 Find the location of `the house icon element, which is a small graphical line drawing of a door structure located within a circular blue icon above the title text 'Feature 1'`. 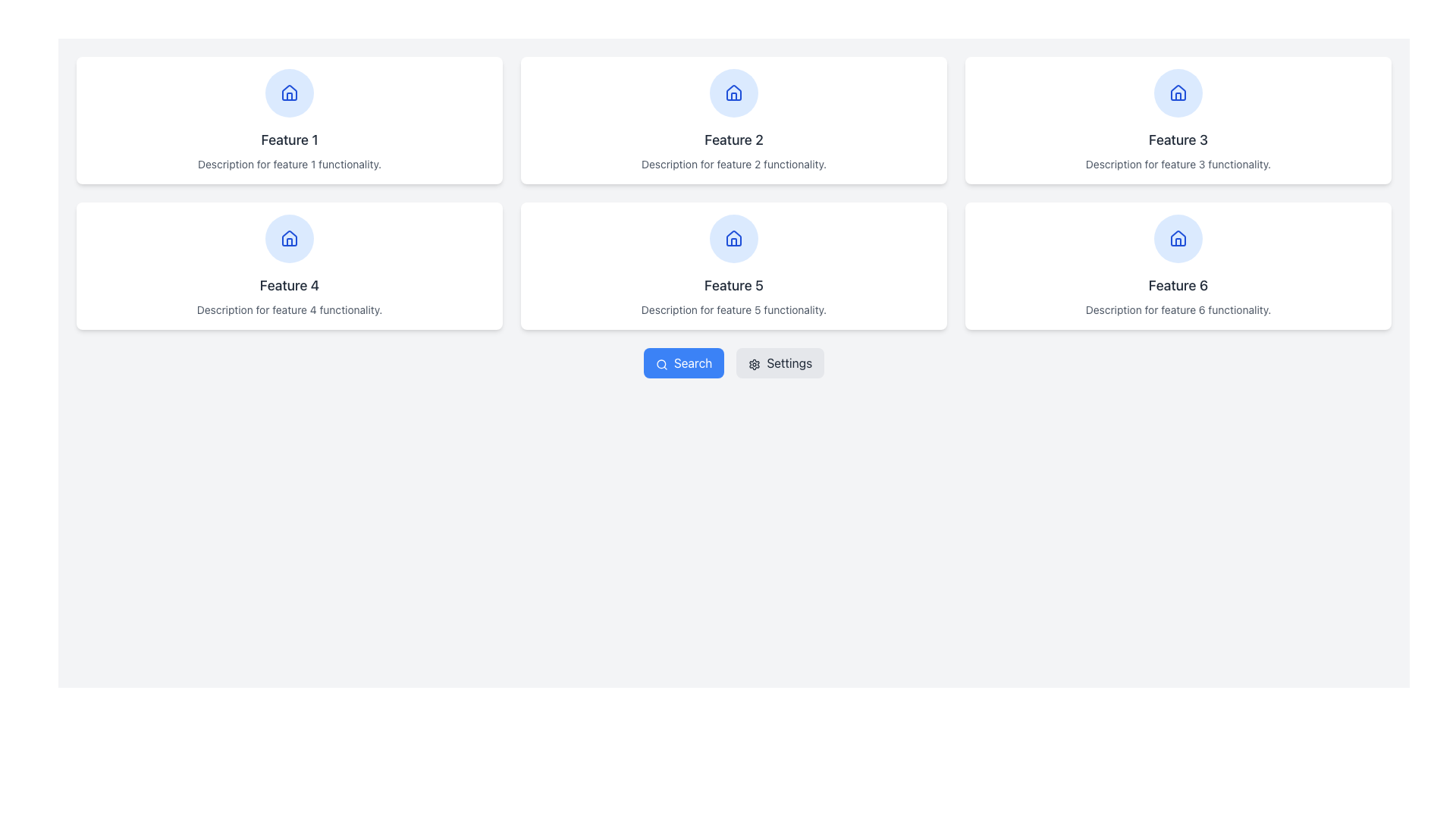

the house icon element, which is a small graphical line drawing of a door structure located within a circular blue icon above the title text 'Feature 1' is located at coordinates (290, 96).